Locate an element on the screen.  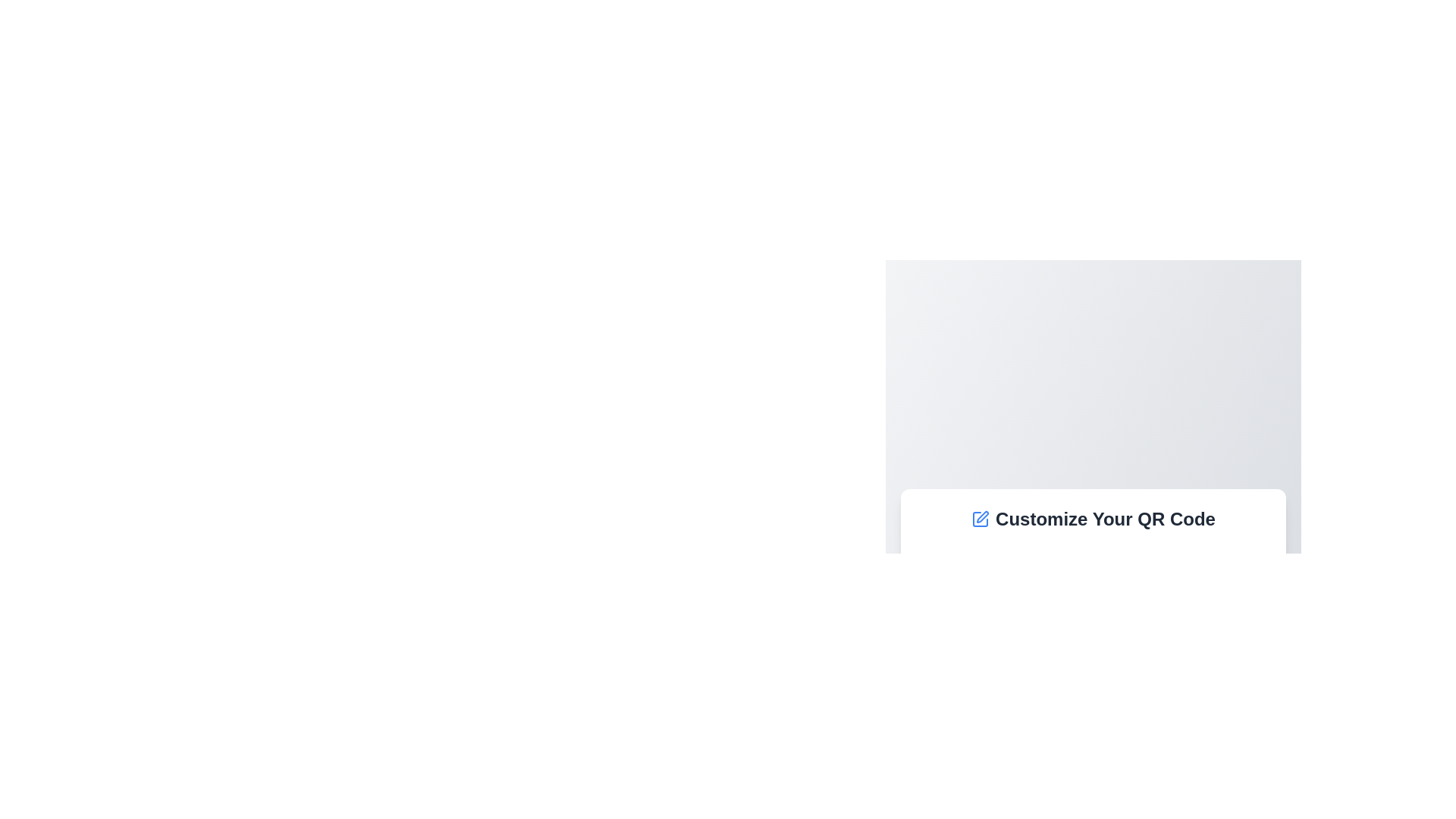
the Text Display with Icon that indicates customization options for the QR code in the section is located at coordinates (1093, 519).